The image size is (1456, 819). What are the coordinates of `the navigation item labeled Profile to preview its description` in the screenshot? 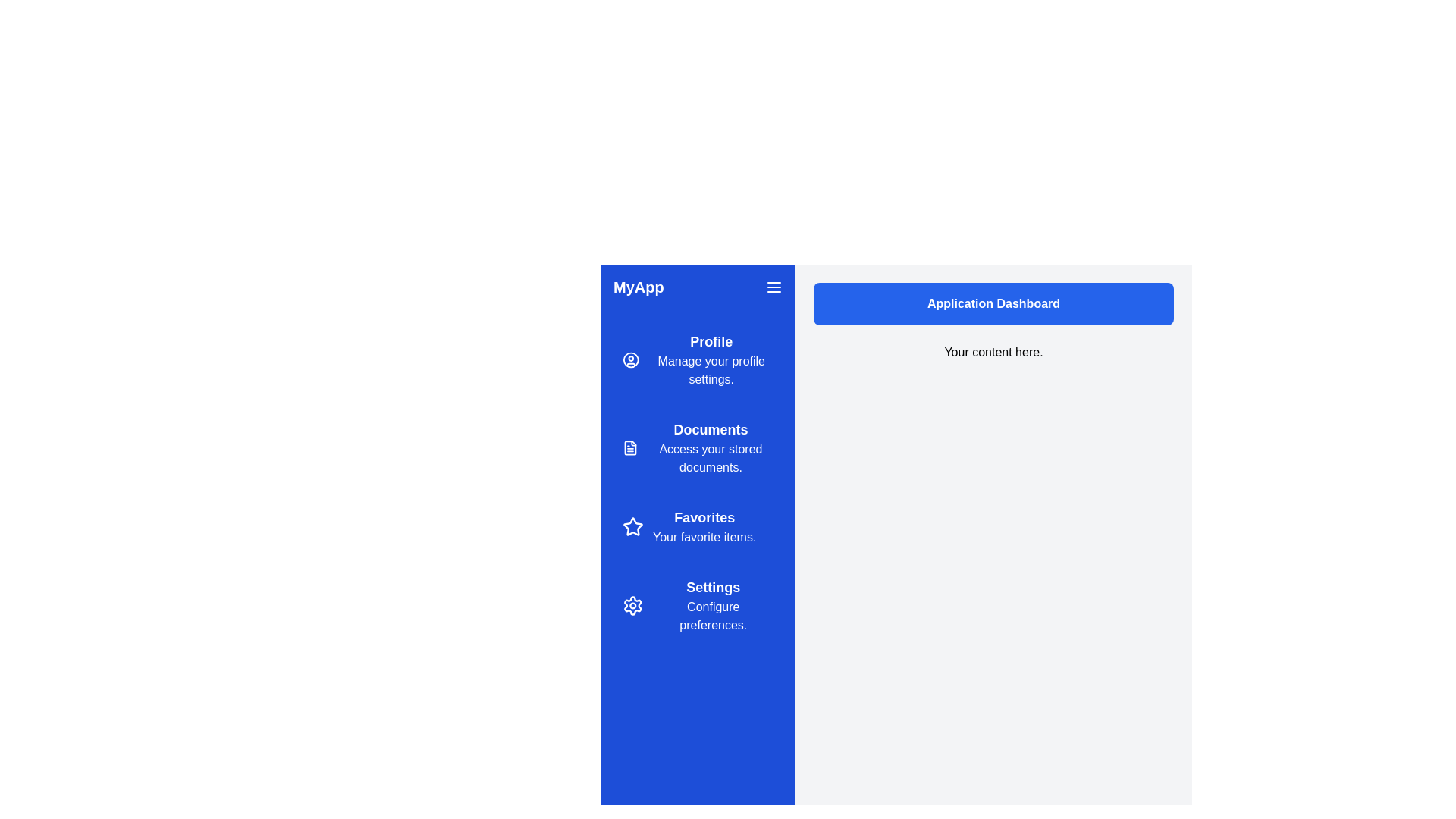 It's located at (698, 359).